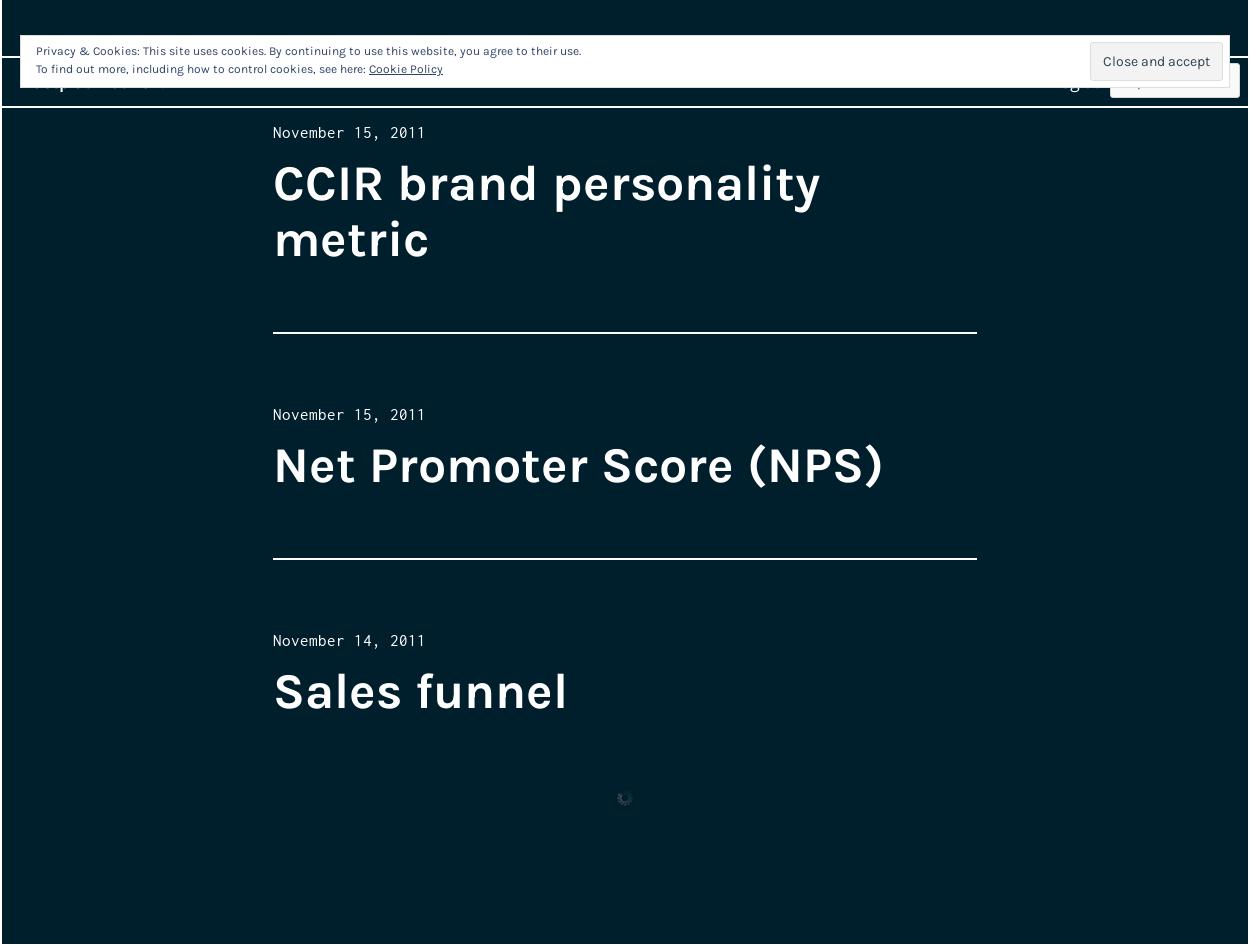  Describe the element at coordinates (308, 50) in the screenshot. I see `'Privacy & Cookies: This site uses cookies. By continuing to use this website, you agree to their use.'` at that location.